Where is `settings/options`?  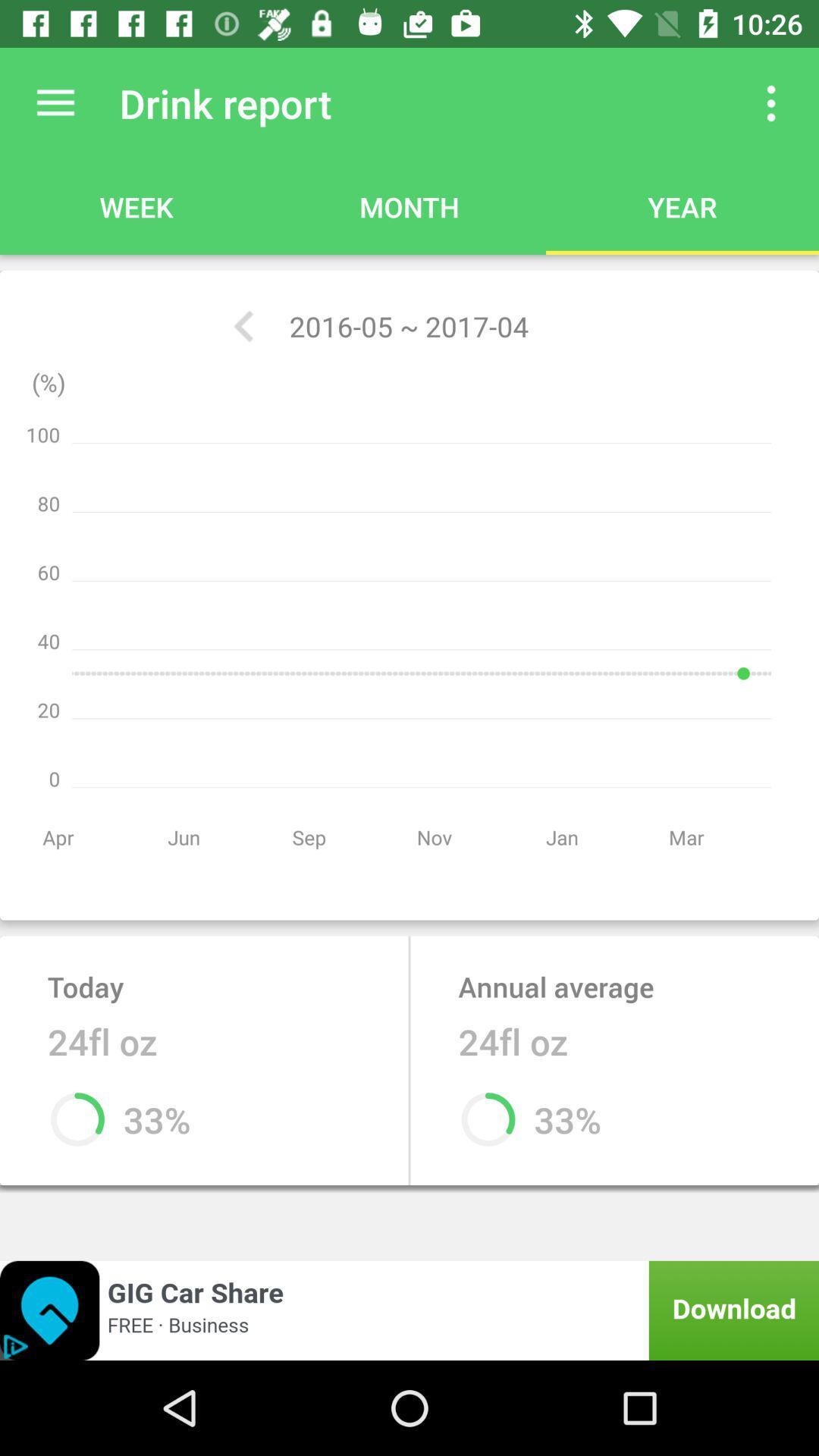 settings/options is located at coordinates (55, 102).